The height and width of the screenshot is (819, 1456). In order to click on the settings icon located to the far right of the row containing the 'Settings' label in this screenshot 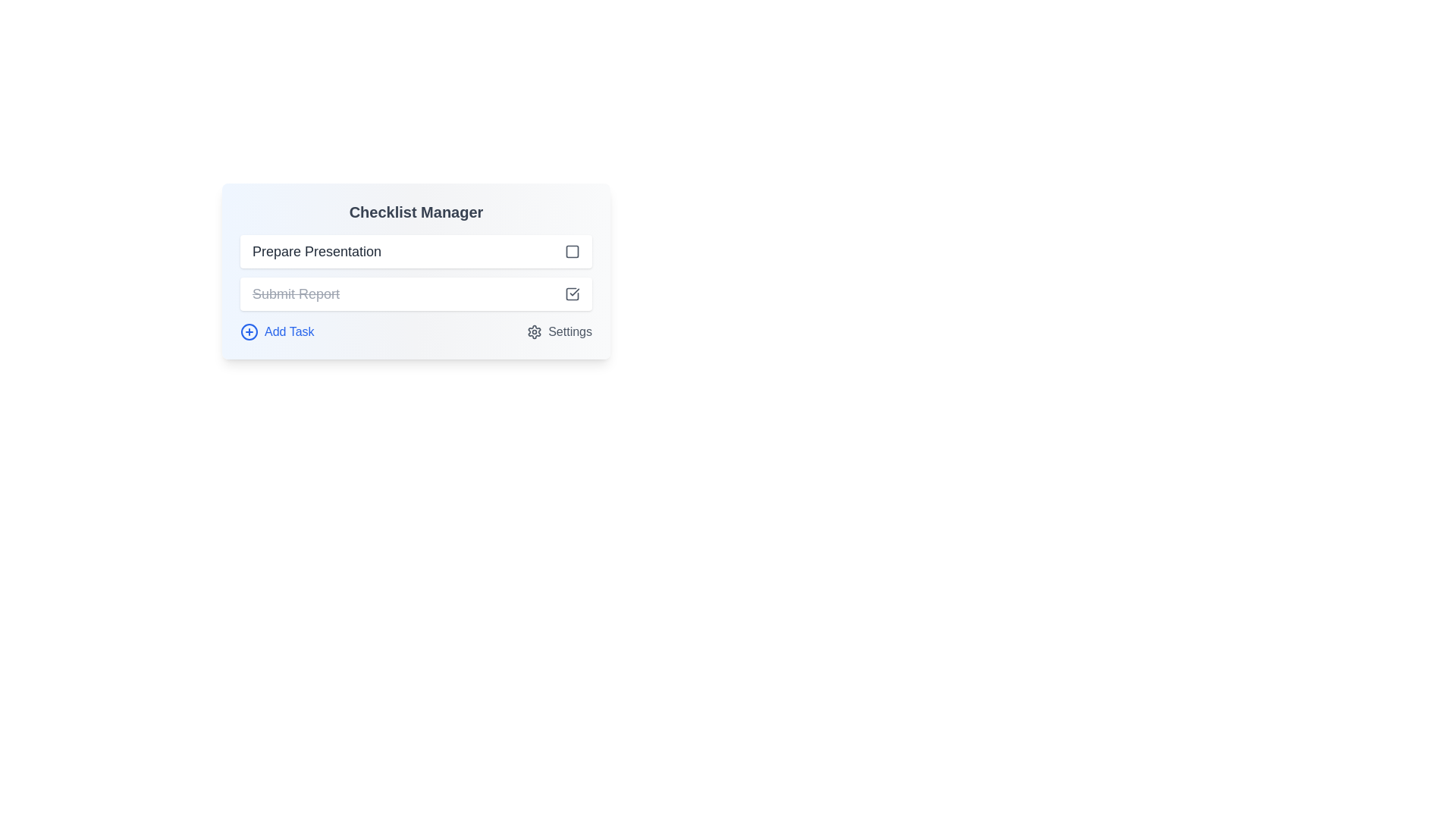, I will do `click(535, 331)`.